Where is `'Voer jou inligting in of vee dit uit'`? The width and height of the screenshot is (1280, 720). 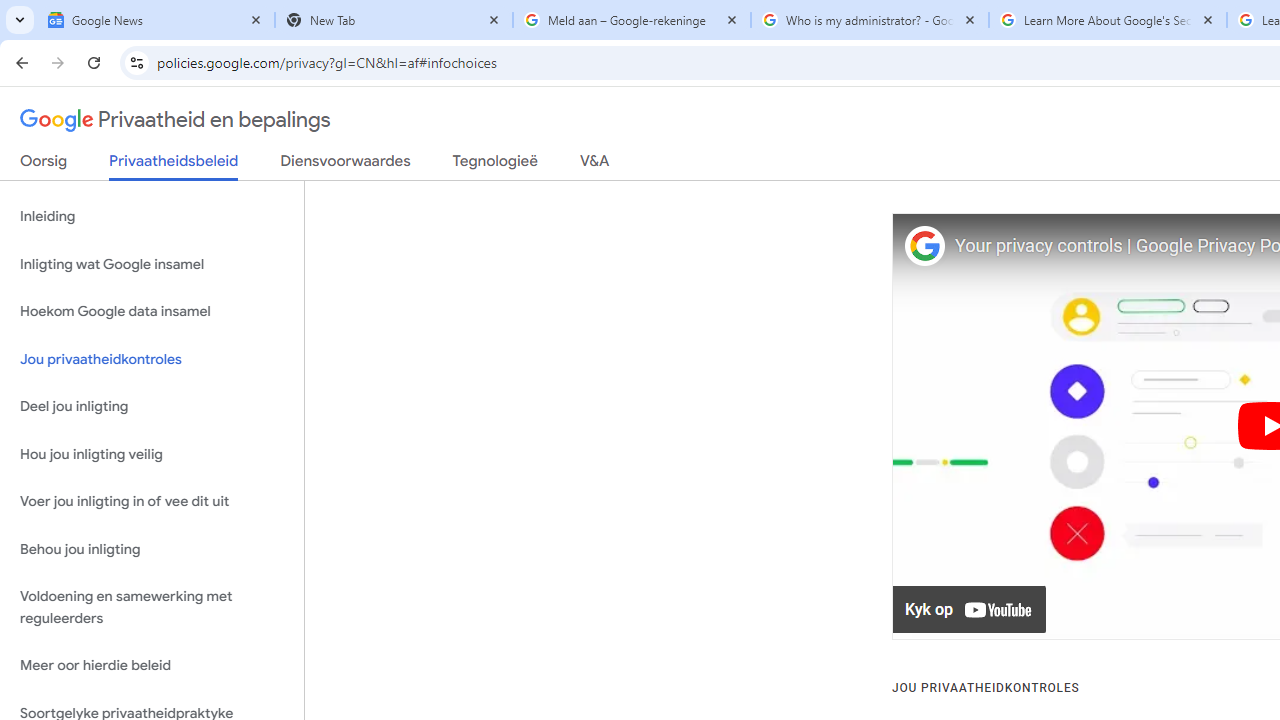 'Voer jou inligting in of vee dit uit' is located at coordinates (151, 501).